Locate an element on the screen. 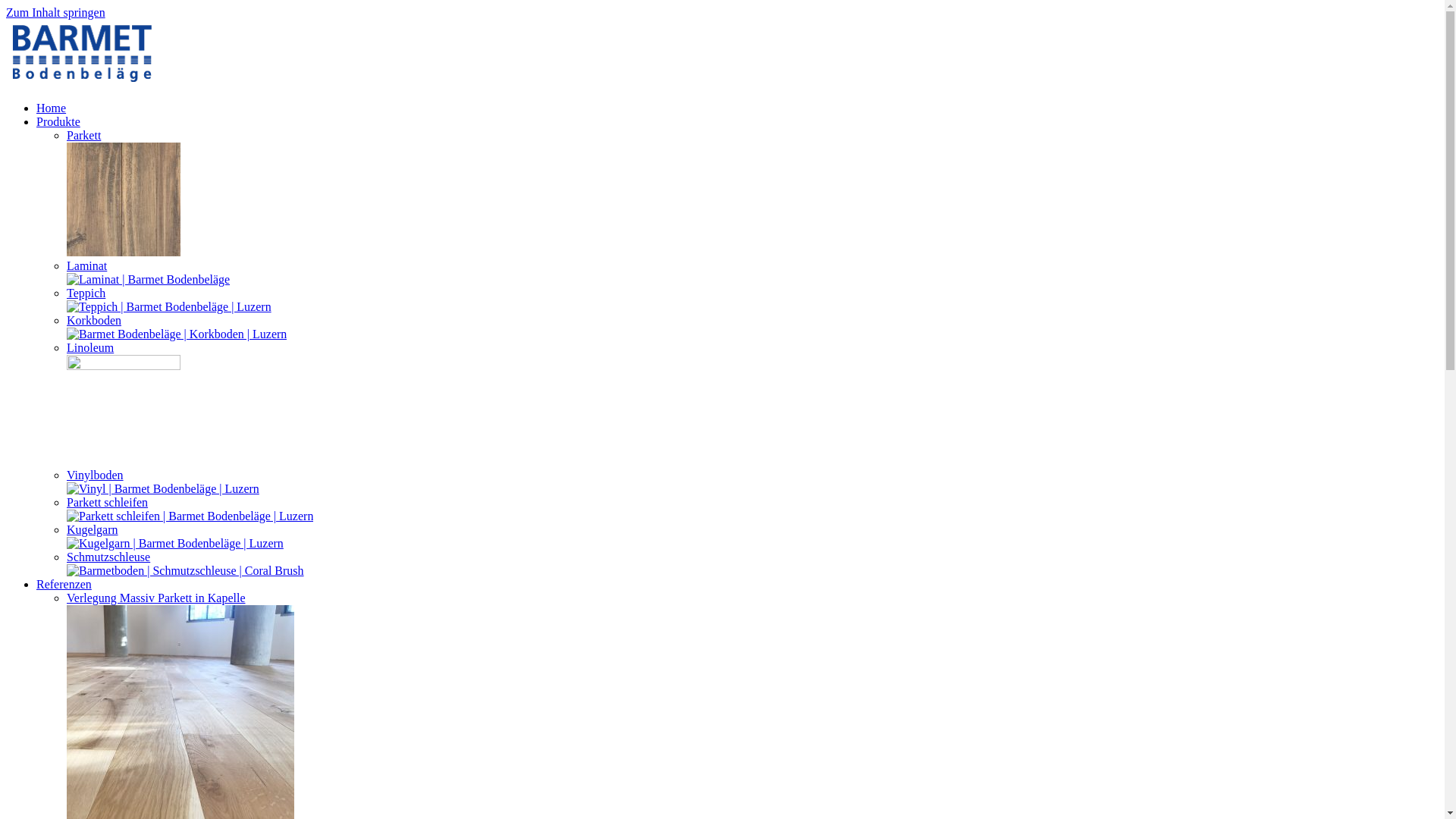 The width and height of the screenshot is (1456, 819). 'Home' is located at coordinates (51, 107).